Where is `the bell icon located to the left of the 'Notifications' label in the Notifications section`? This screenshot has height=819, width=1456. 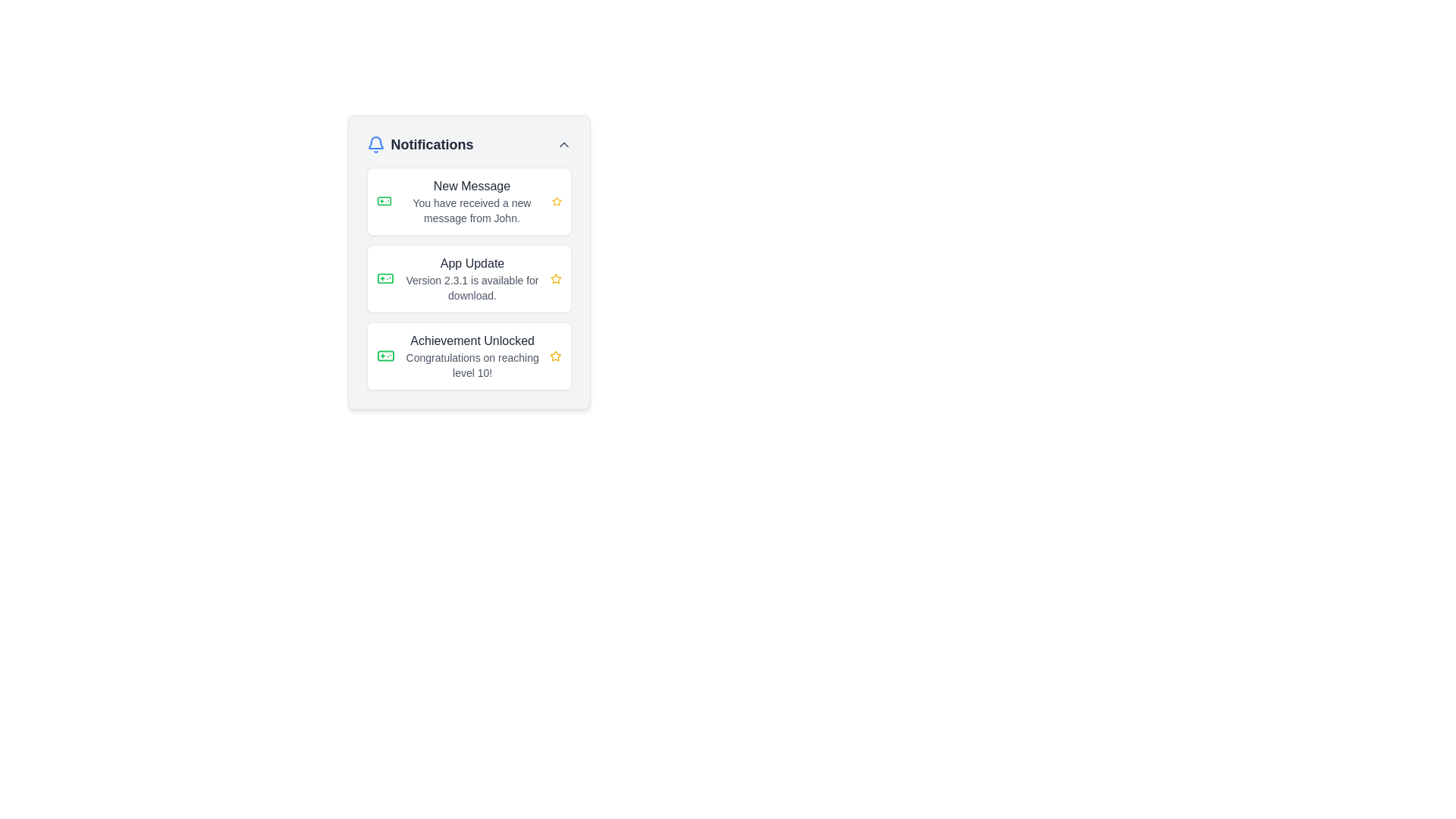
the bell icon located to the left of the 'Notifications' label in the Notifications section is located at coordinates (375, 145).